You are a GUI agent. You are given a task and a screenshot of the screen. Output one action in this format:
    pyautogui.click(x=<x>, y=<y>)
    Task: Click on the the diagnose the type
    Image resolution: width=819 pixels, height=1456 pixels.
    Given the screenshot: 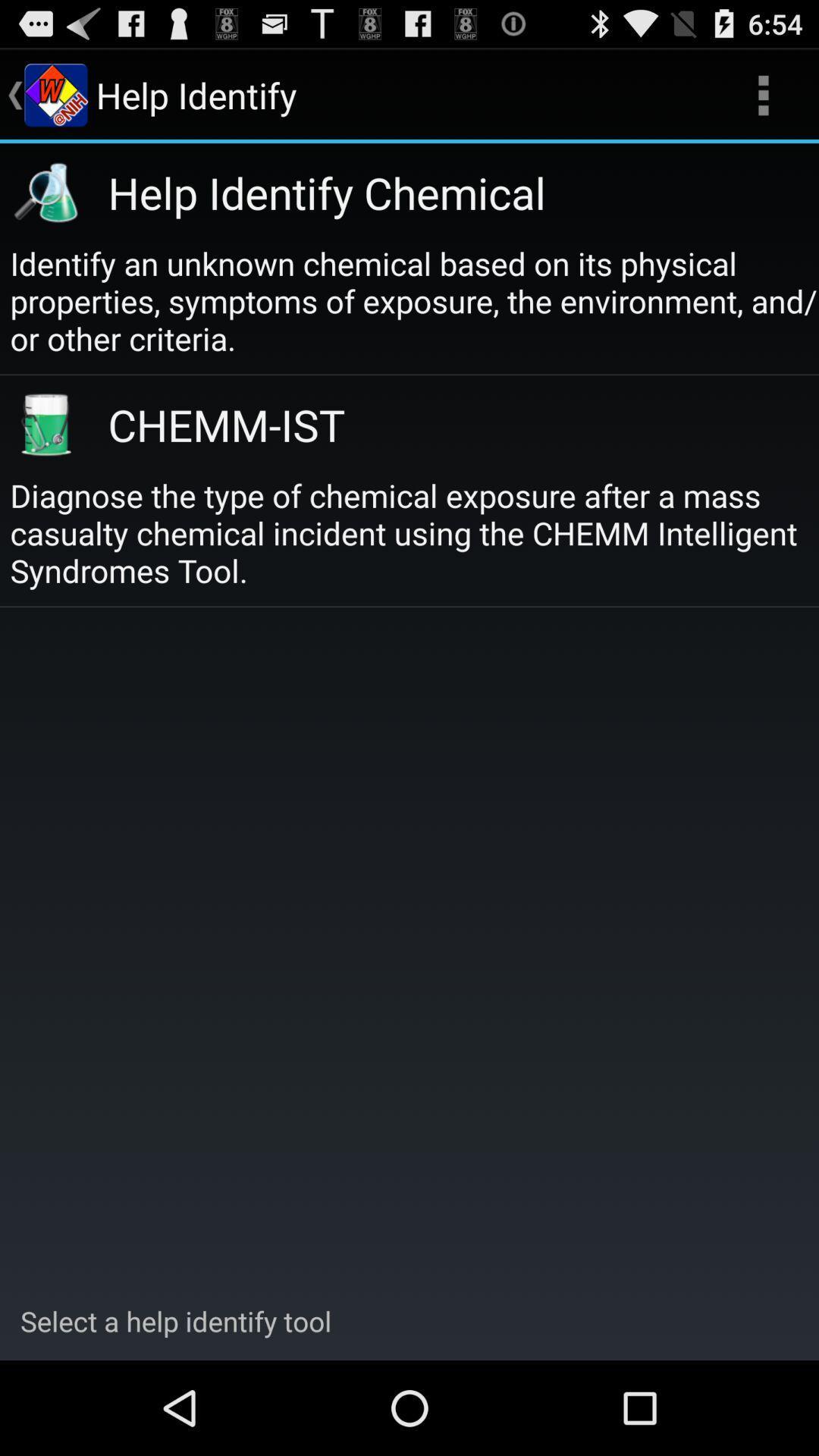 What is the action you would take?
    pyautogui.click(x=414, y=532)
    